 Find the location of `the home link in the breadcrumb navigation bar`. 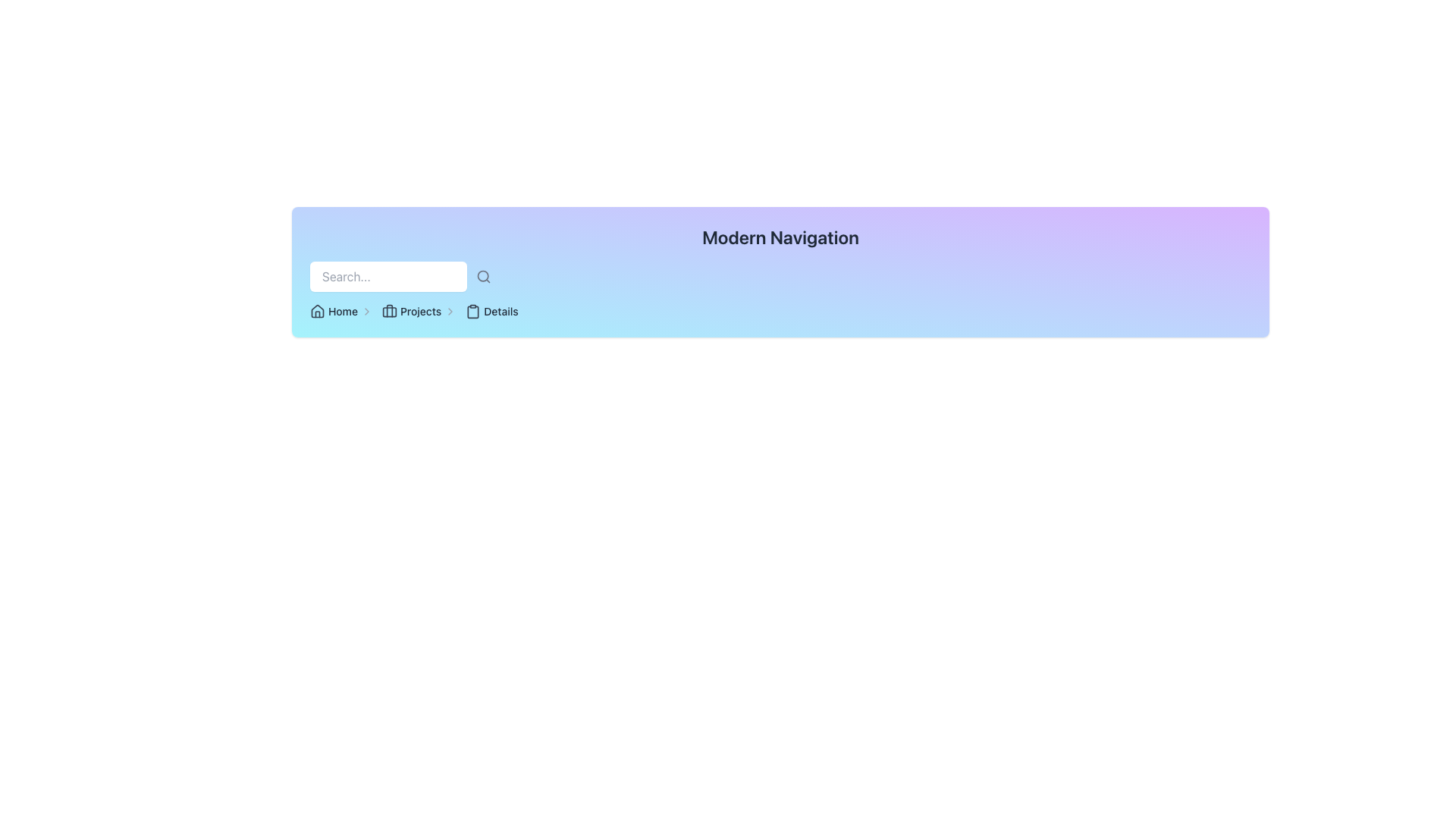

the home link in the breadcrumb navigation bar is located at coordinates (340, 311).